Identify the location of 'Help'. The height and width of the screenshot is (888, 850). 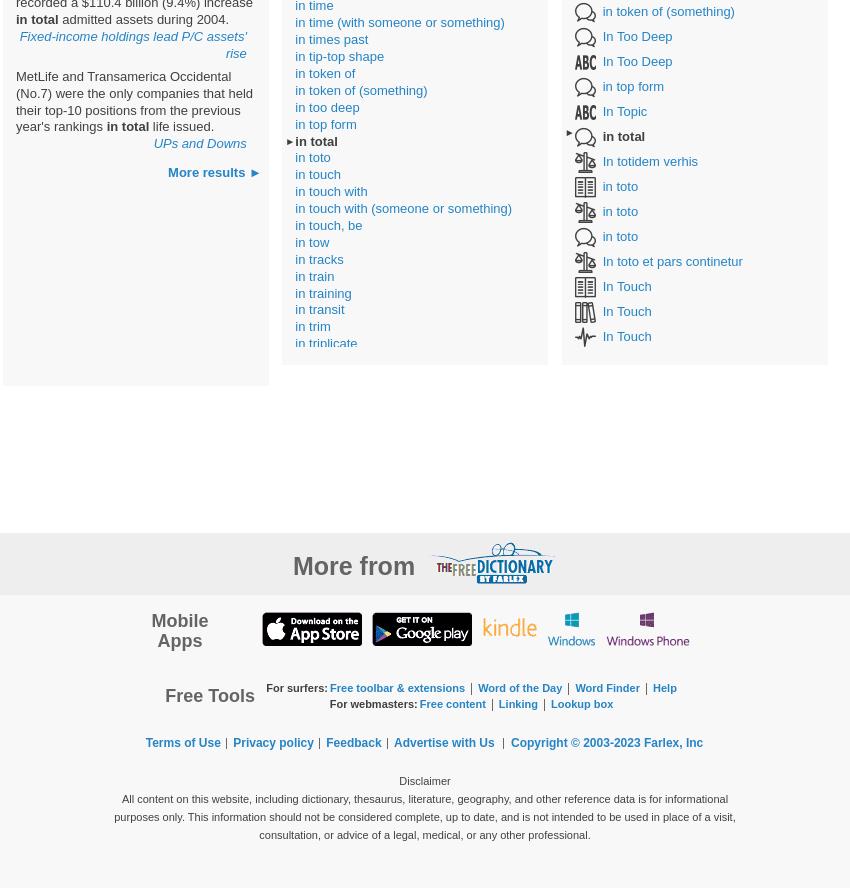
(664, 688).